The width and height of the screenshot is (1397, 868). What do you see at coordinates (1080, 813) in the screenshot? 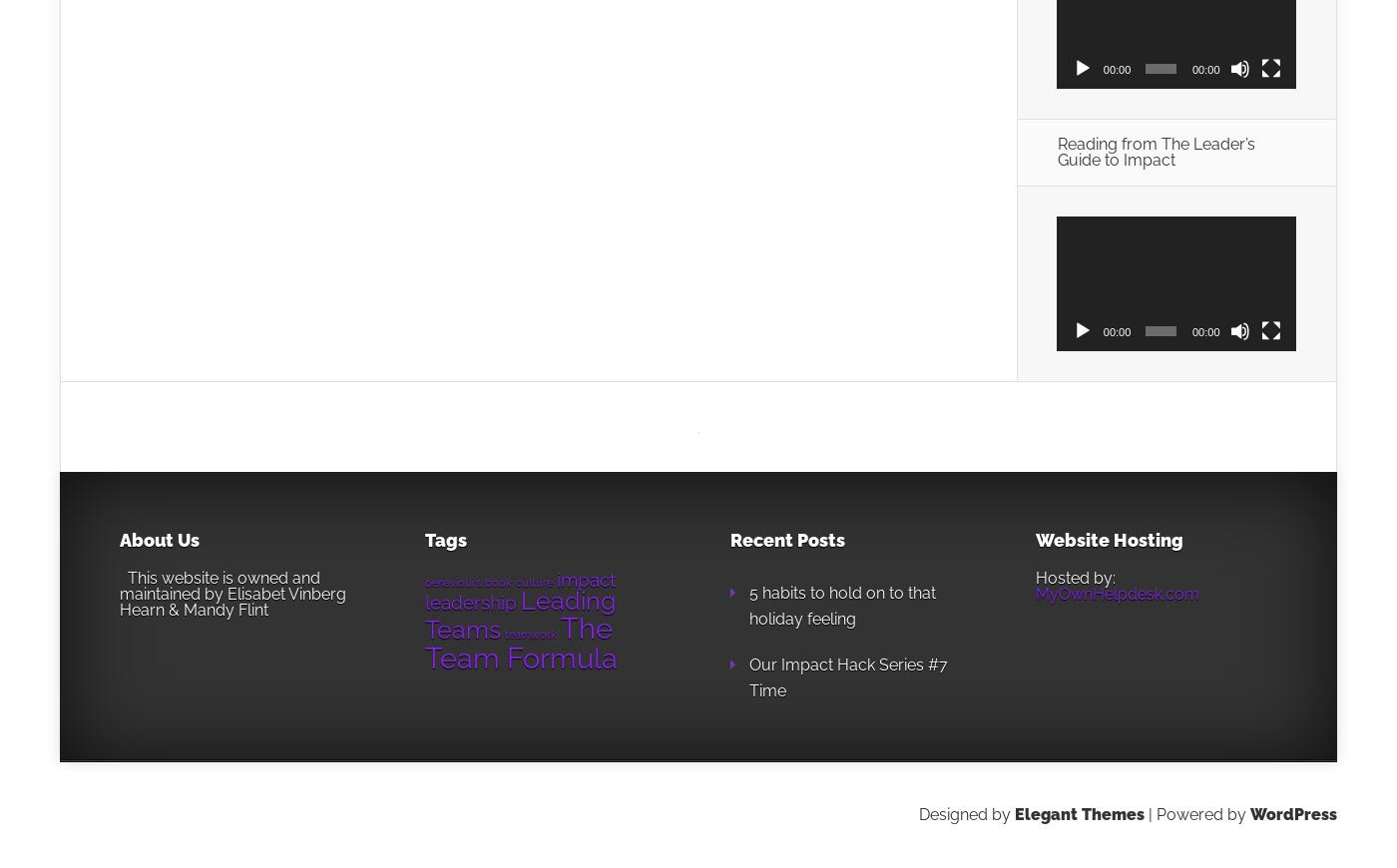
I see `'Elegant Themes'` at bounding box center [1080, 813].